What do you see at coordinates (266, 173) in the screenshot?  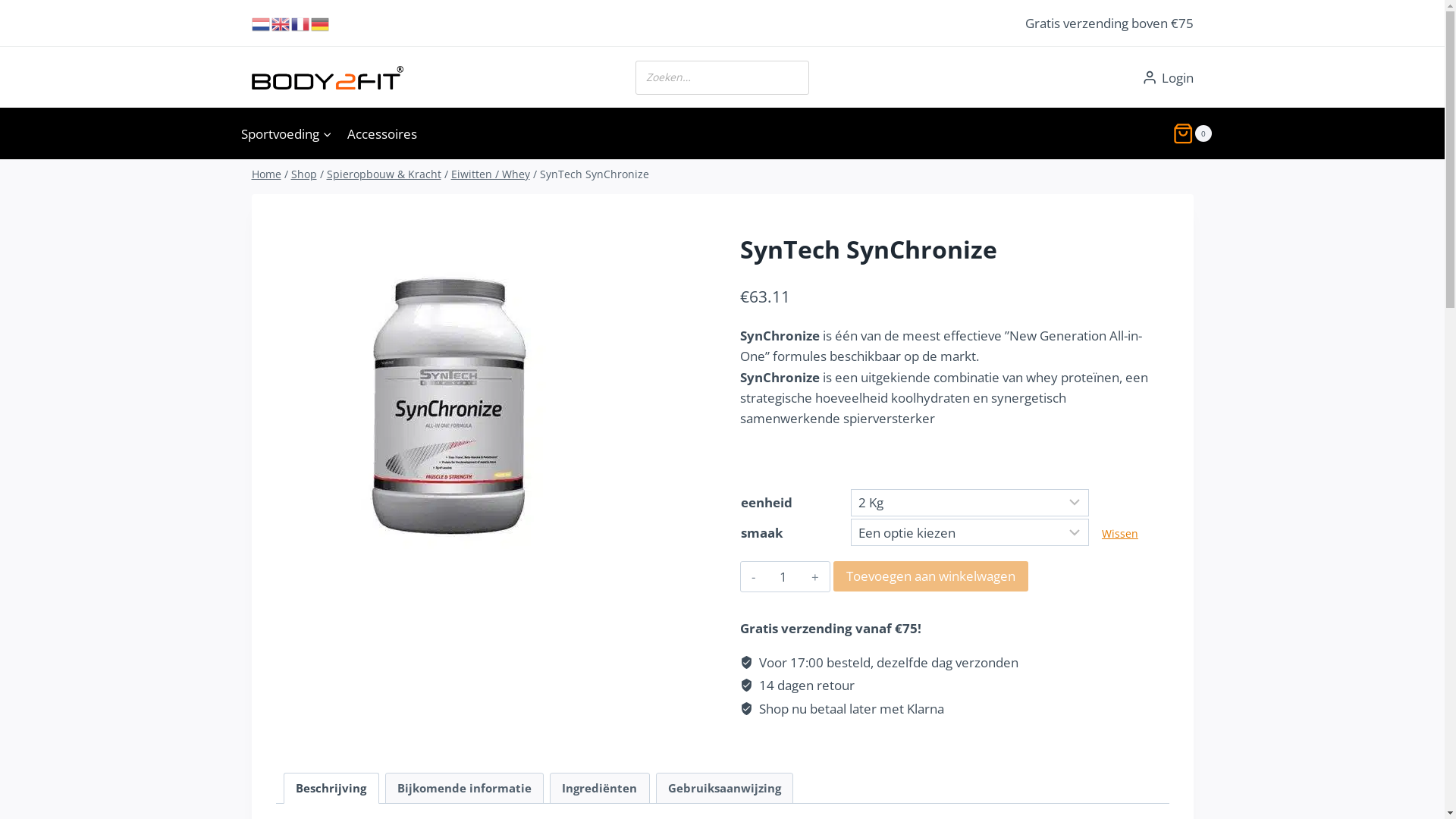 I see `'Home'` at bounding box center [266, 173].